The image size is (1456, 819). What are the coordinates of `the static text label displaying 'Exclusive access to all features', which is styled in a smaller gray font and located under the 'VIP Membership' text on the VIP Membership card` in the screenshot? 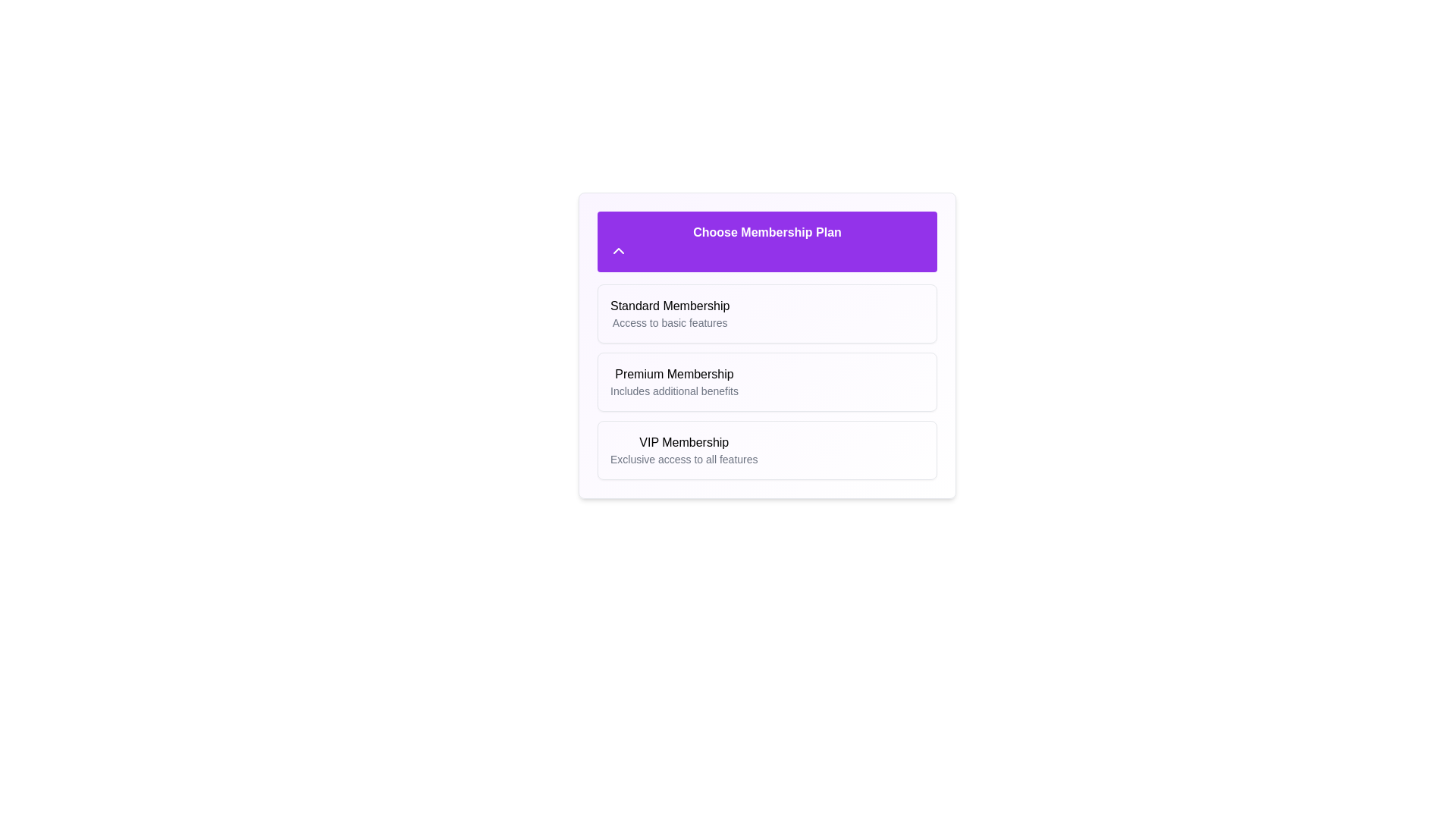 It's located at (683, 458).